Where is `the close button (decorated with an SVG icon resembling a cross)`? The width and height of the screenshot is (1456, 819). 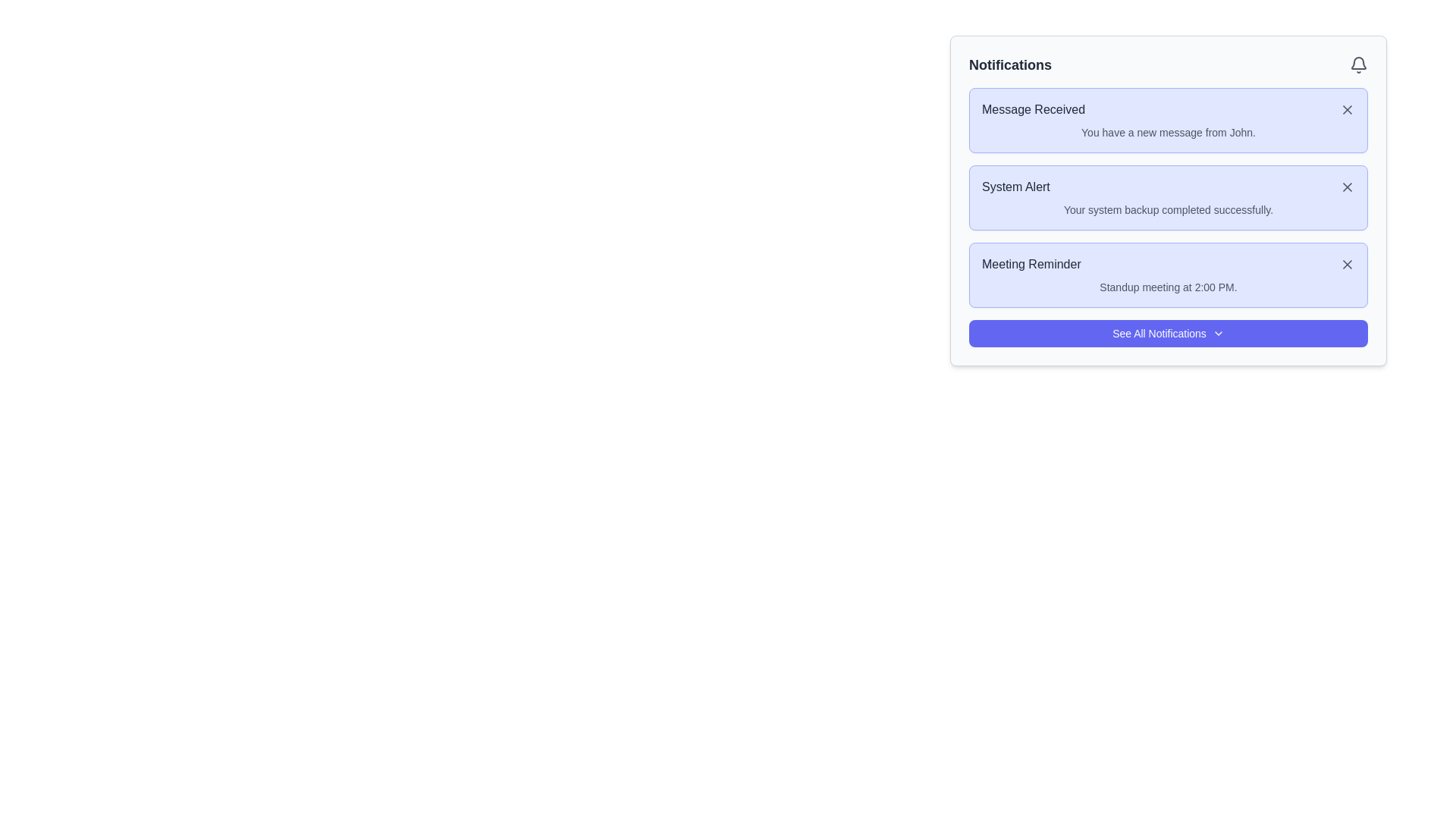
the close button (decorated with an SVG icon resembling a cross) is located at coordinates (1347, 186).